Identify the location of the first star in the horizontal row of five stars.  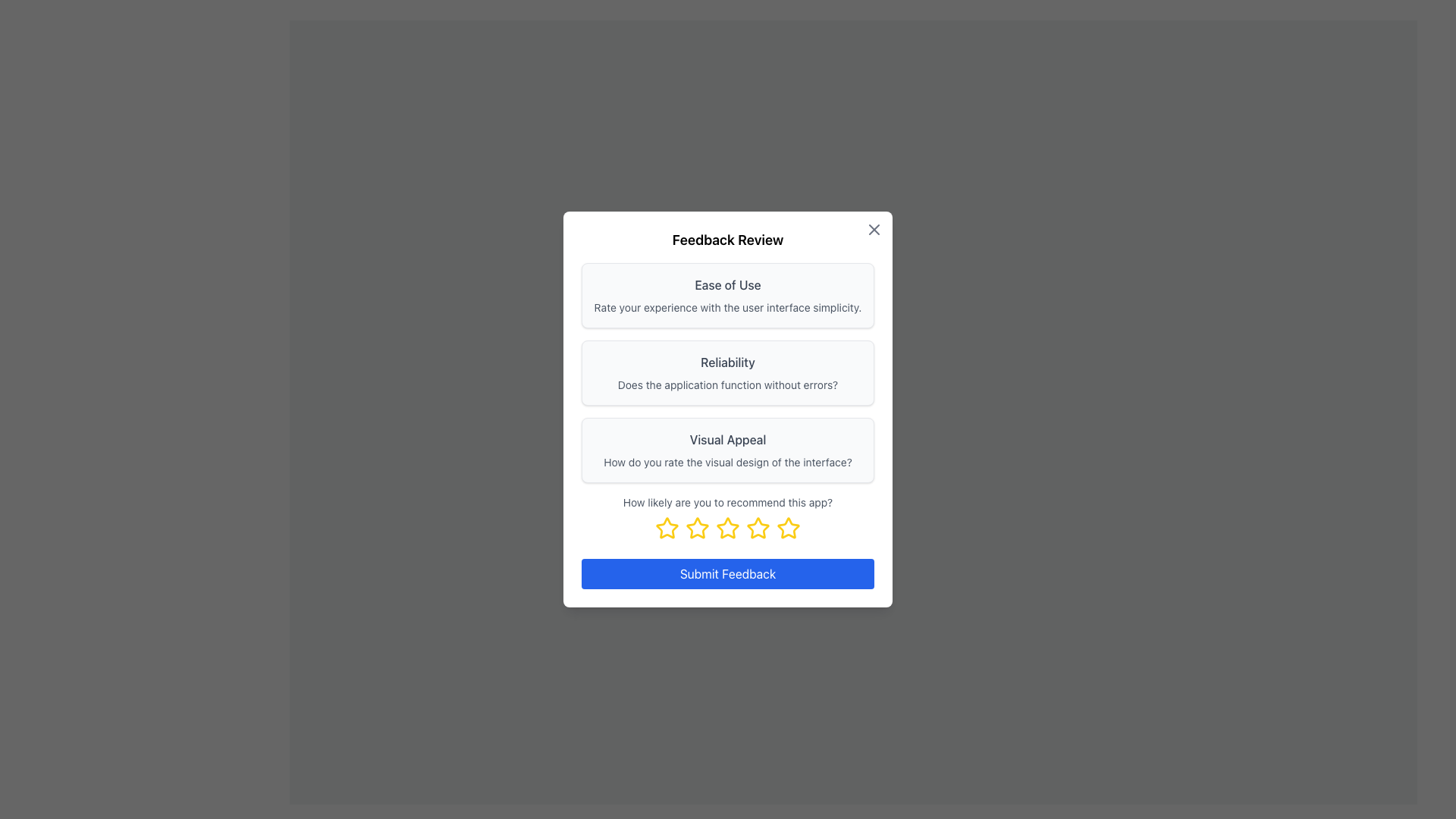
(667, 527).